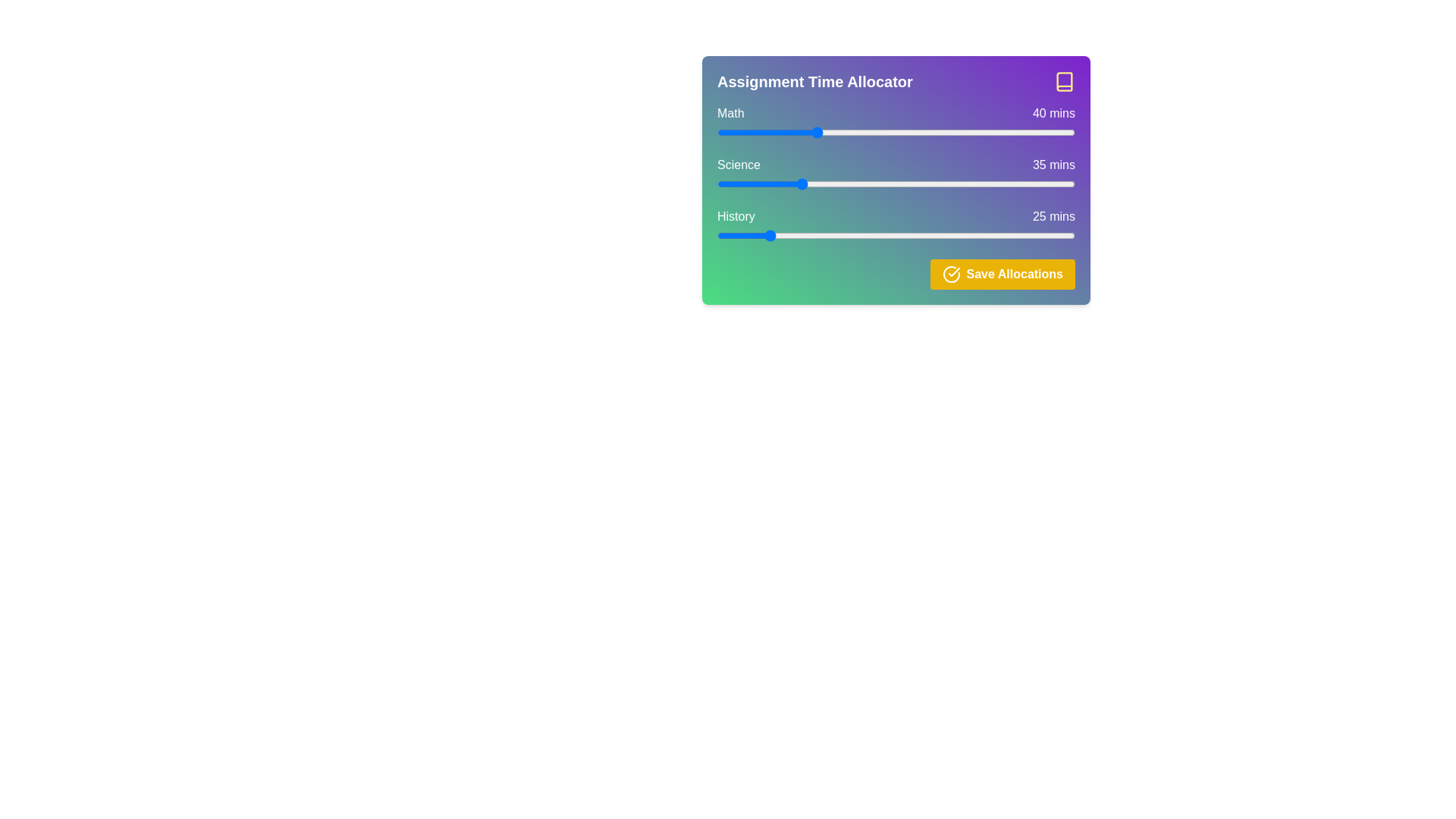 The height and width of the screenshot is (819, 1456). What do you see at coordinates (984, 184) in the screenshot?
I see `time allocation for Science` at bounding box center [984, 184].